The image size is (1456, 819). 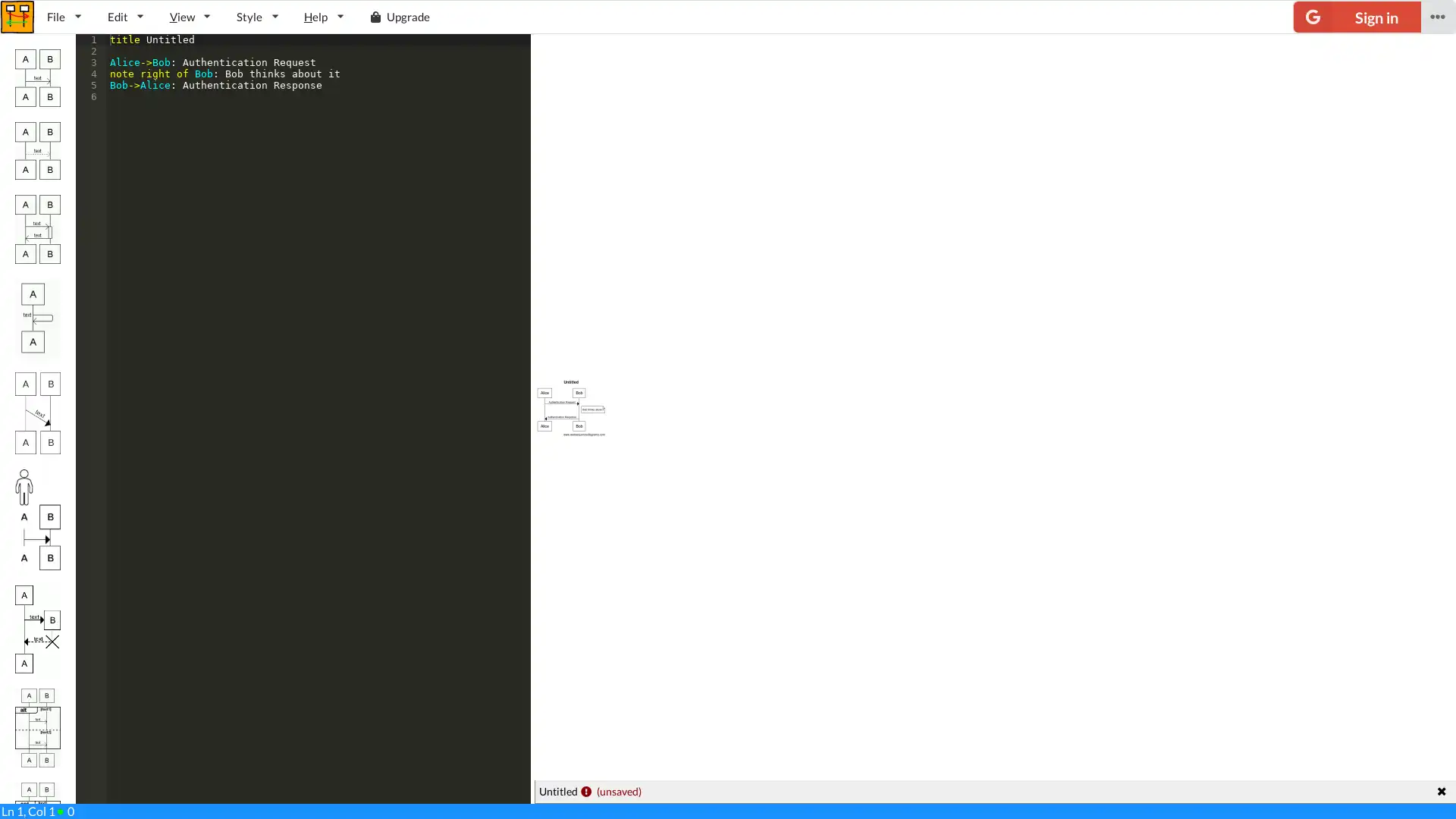 I want to click on Sign in, so click(x=1357, y=17).